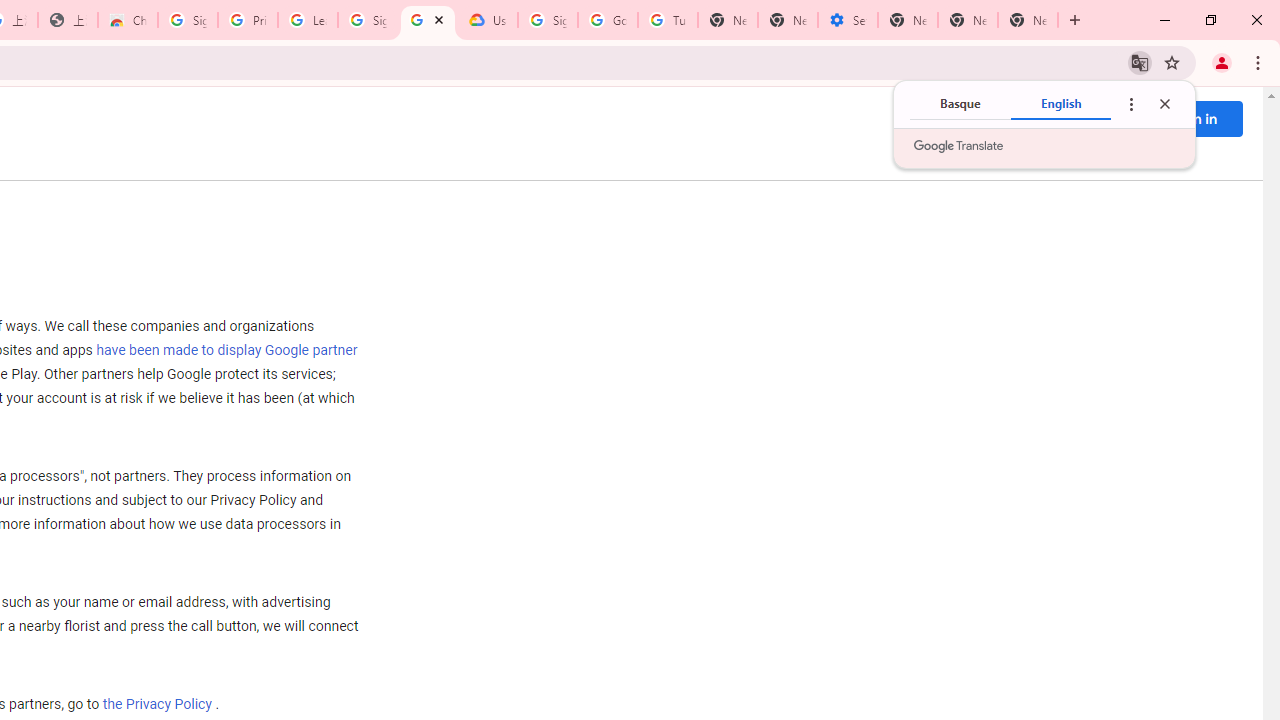  What do you see at coordinates (1060, 104) in the screenshot?
I see `'English'` at bounding box center [1060, 104].